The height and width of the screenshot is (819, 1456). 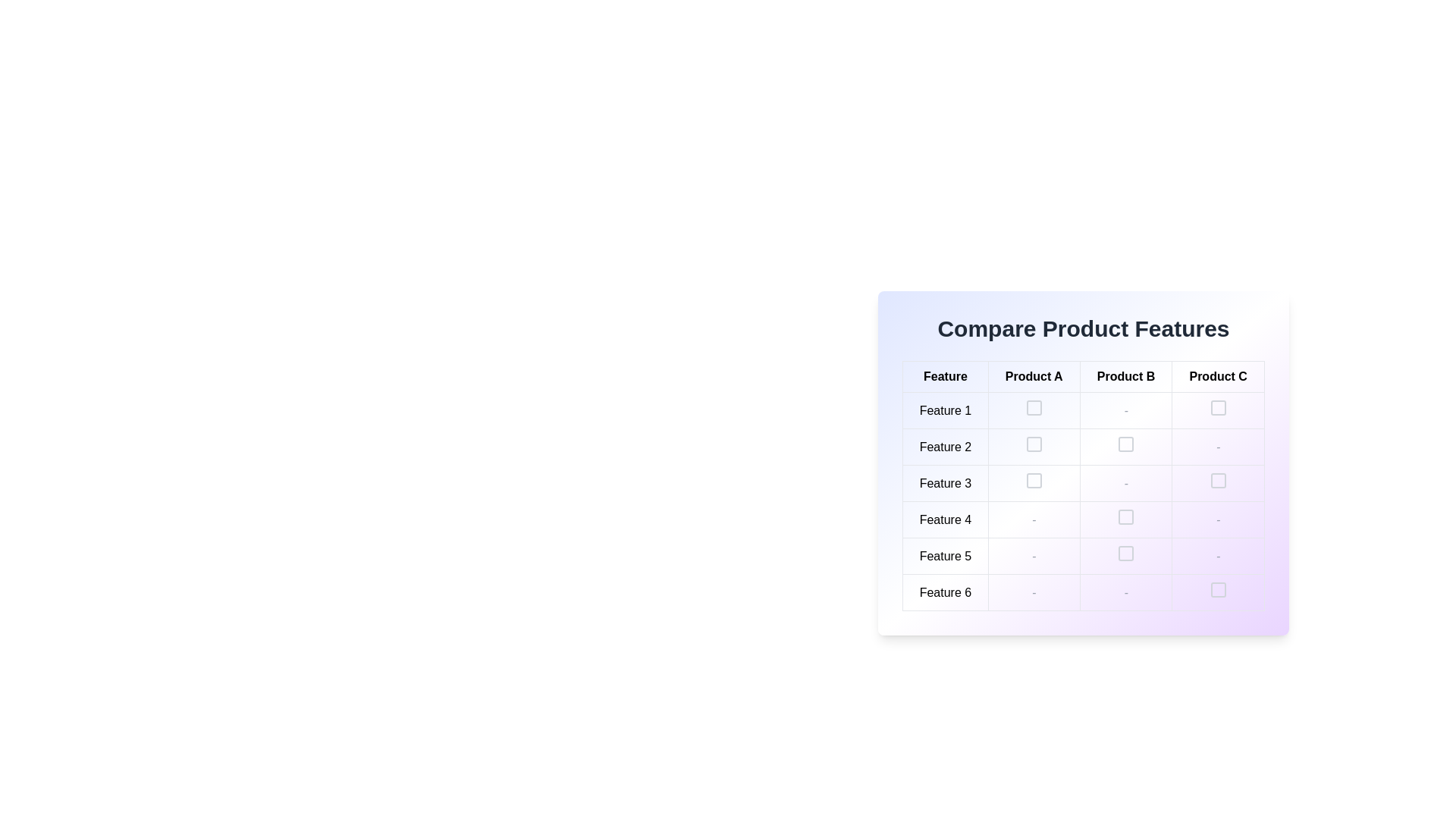 What do you see at coordinates (944, 556) in the screenshot?
I see `the Text label indicating 'Feature 5' in the comparative product feature table located in the fifth row under the 'Feature' column` at bounding box center [944, 556].